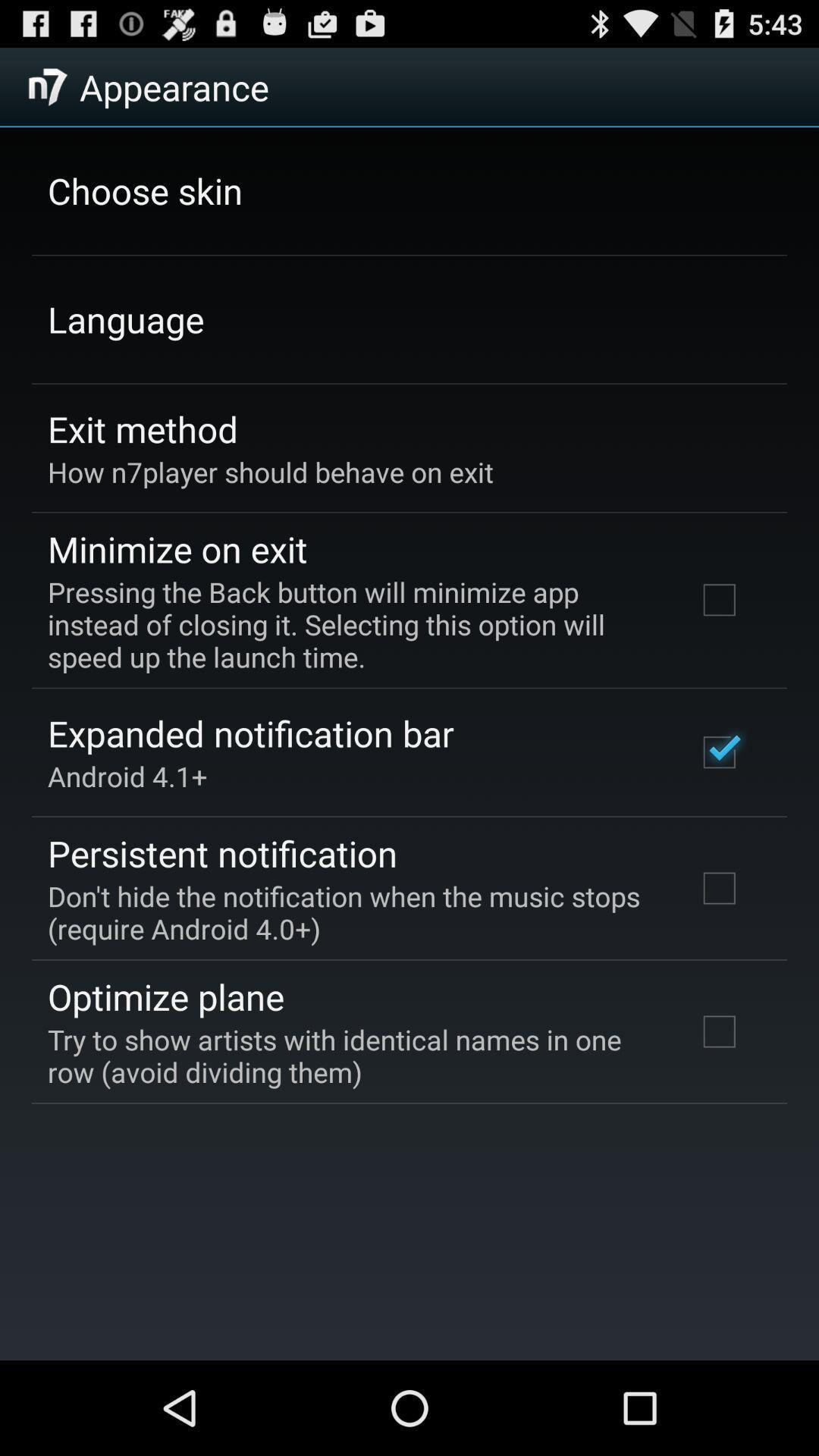 The height and width of the screenshot is (1456, 819). I want to click on the app at the bottom, so click(351, 1055).